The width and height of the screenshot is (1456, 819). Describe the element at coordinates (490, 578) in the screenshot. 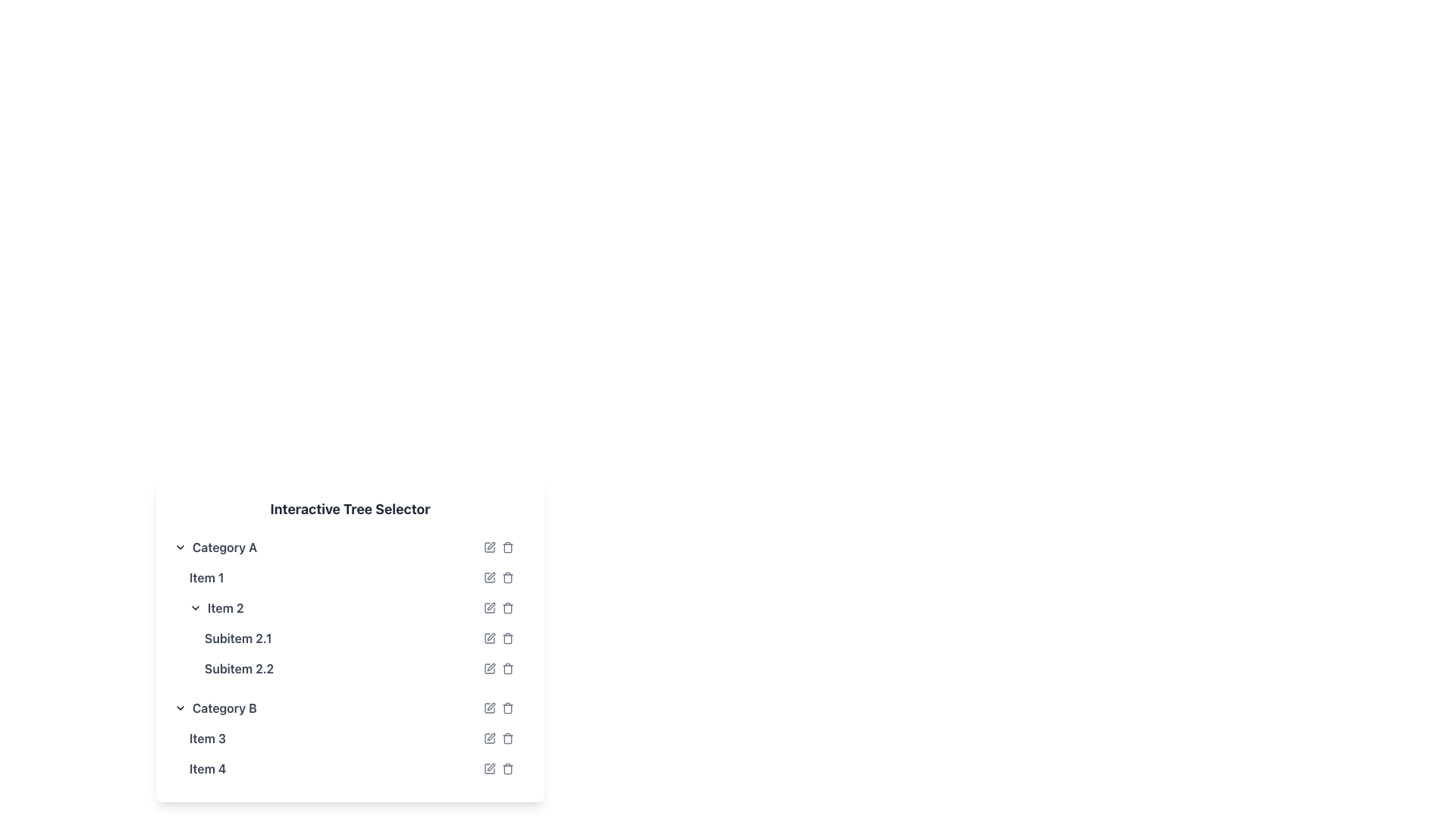

I see `the edit icon/button associated with 'Item 1' to observe the color change` at that location.